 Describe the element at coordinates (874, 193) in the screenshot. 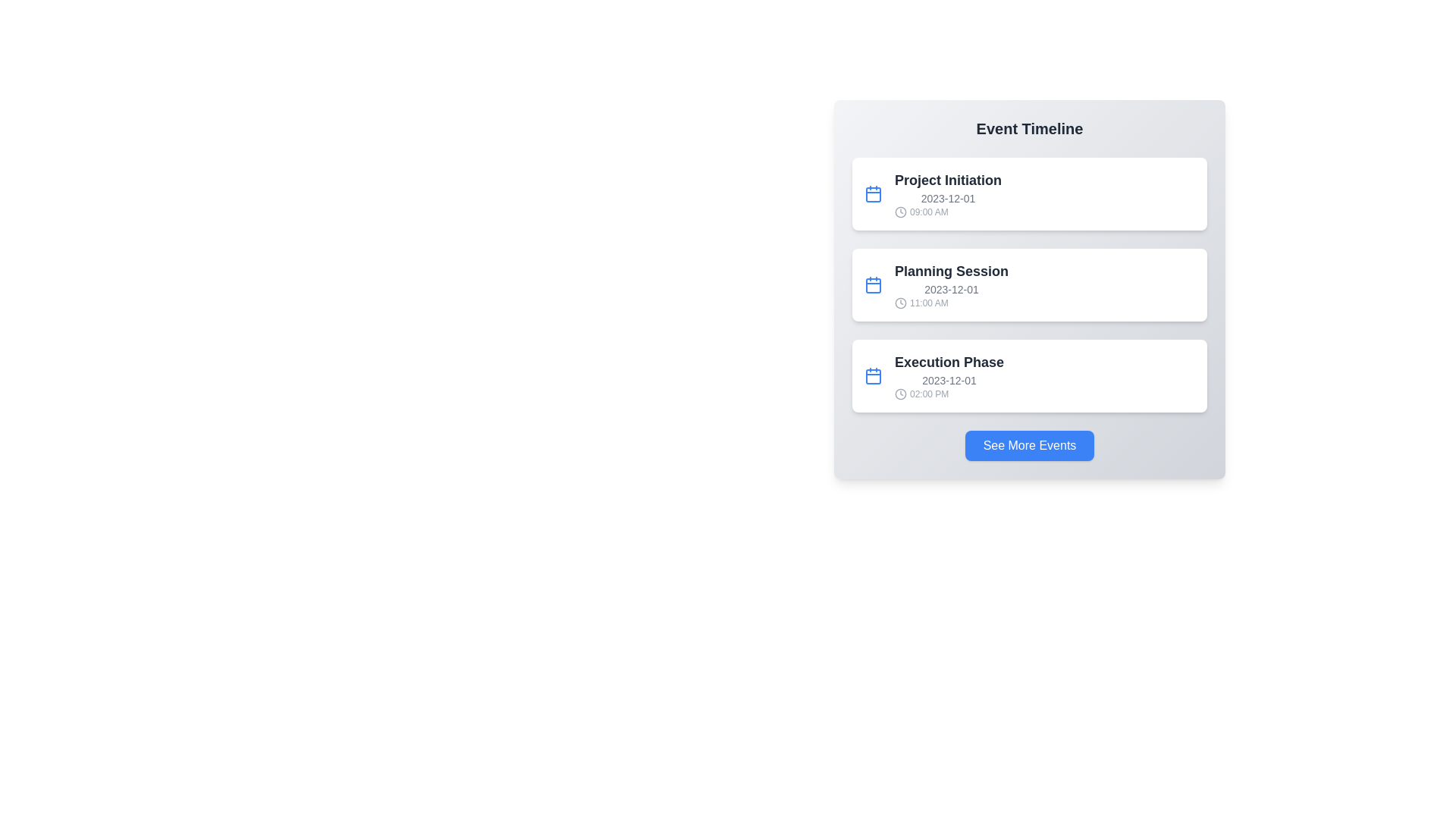

I see `the calendar icon associated with the Project Initiation event` at that location.